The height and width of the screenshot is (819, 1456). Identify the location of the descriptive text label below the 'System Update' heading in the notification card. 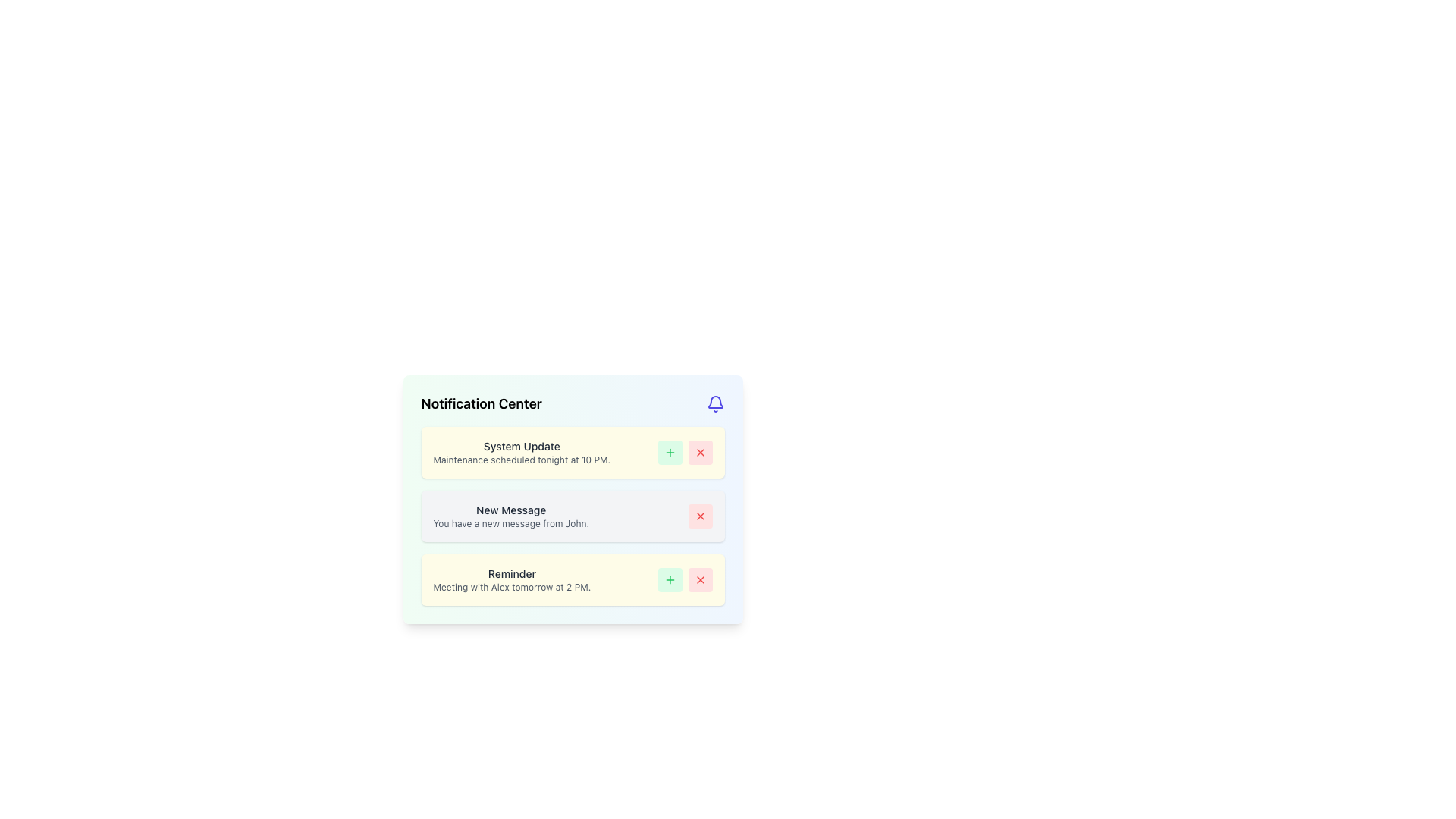
(521, 459).